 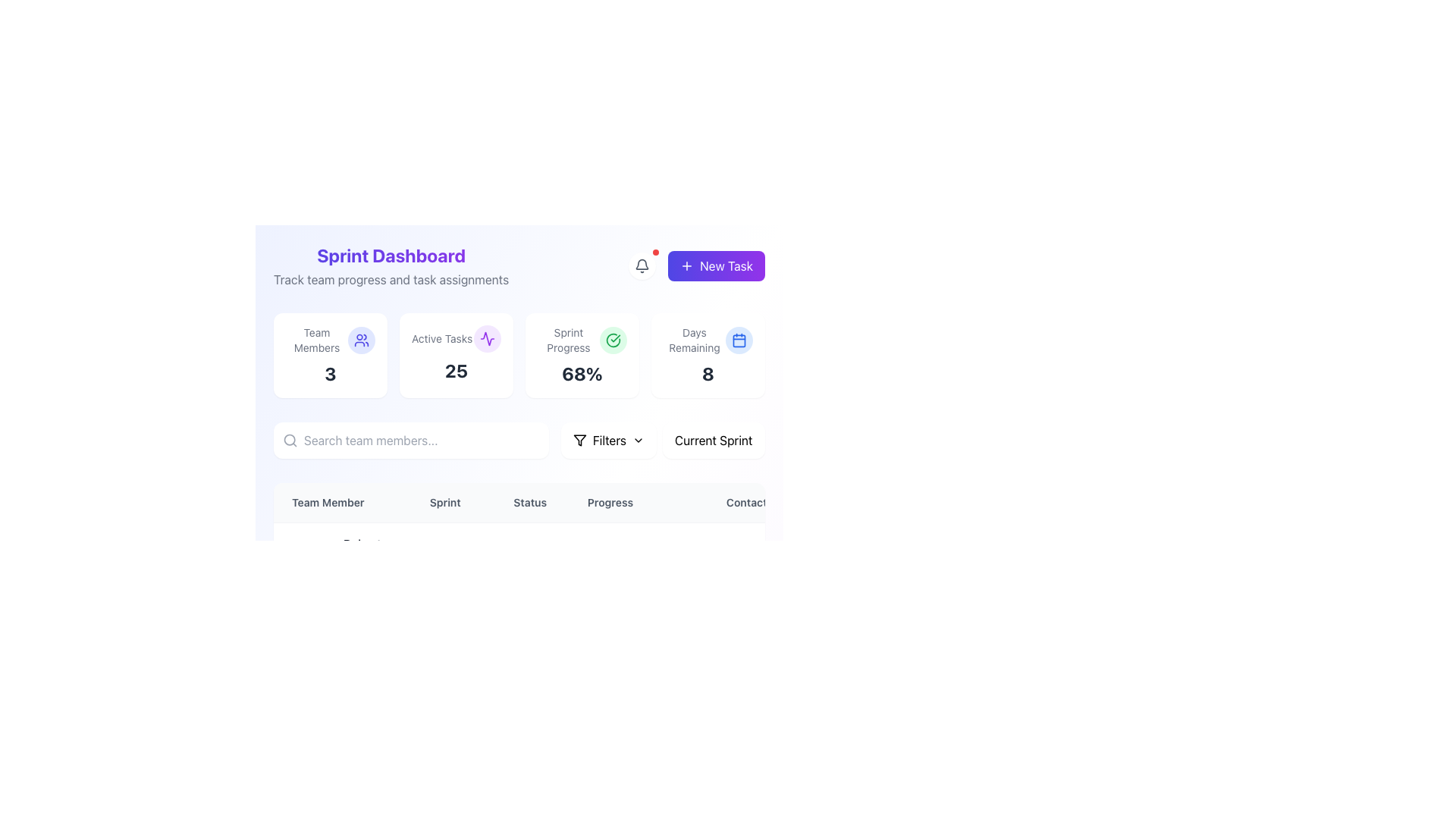 What do you see at coordinates (713, 441) in the screenshot?
I see `the 'Current Sprint' button, which is a rectangular button with a white background and black center-aligned text, located to the right of the 'Filters' button` at bounding box center [713, 441].